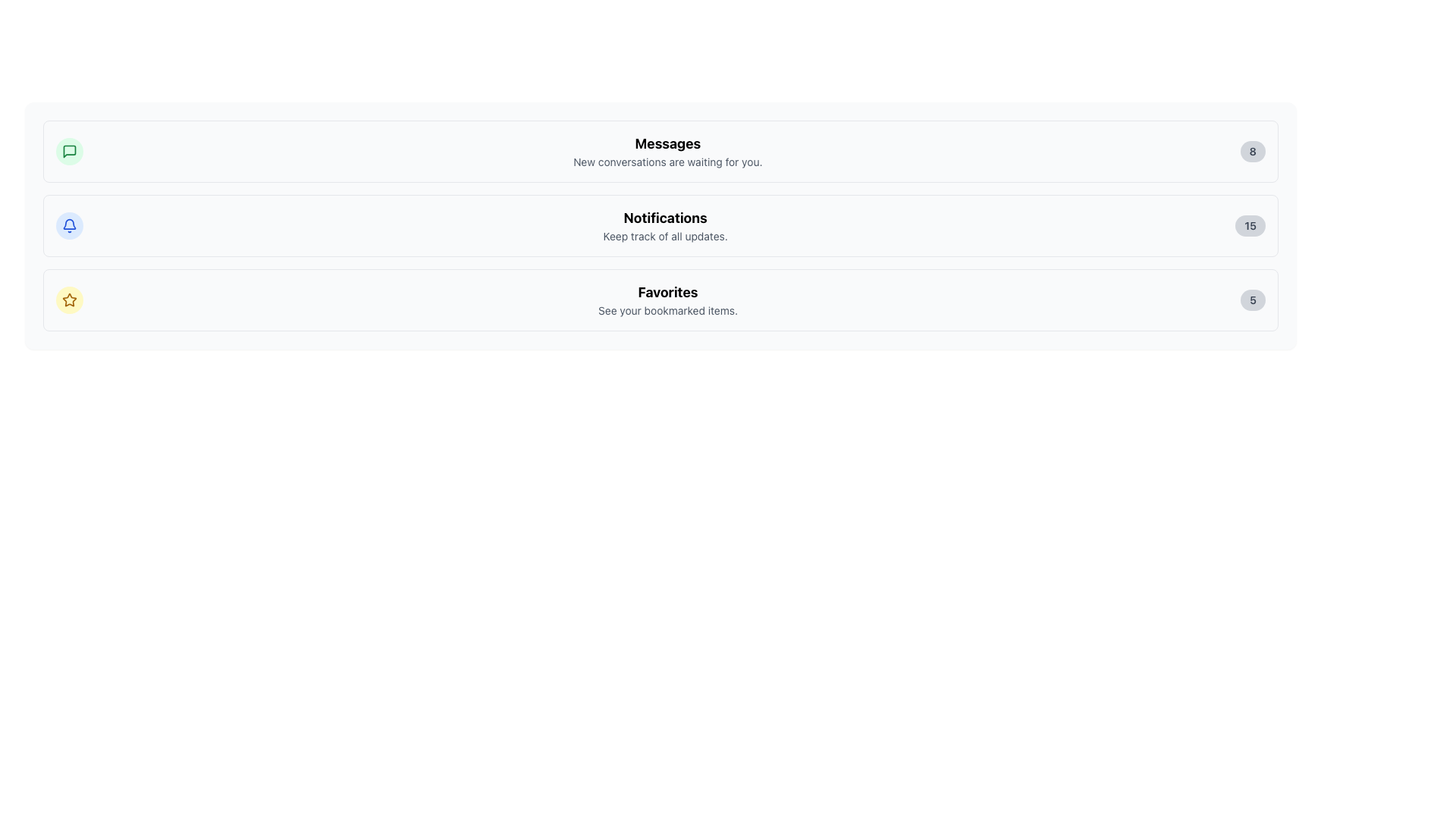 This screenshot has width=1456, height=819. Describe the element at coordinates (1253, 300) in the screenshot. I see `the notification badge indicating the count for the 'Favorites' section, located on the far right side of the third row in a vertically stacked list` at that location.